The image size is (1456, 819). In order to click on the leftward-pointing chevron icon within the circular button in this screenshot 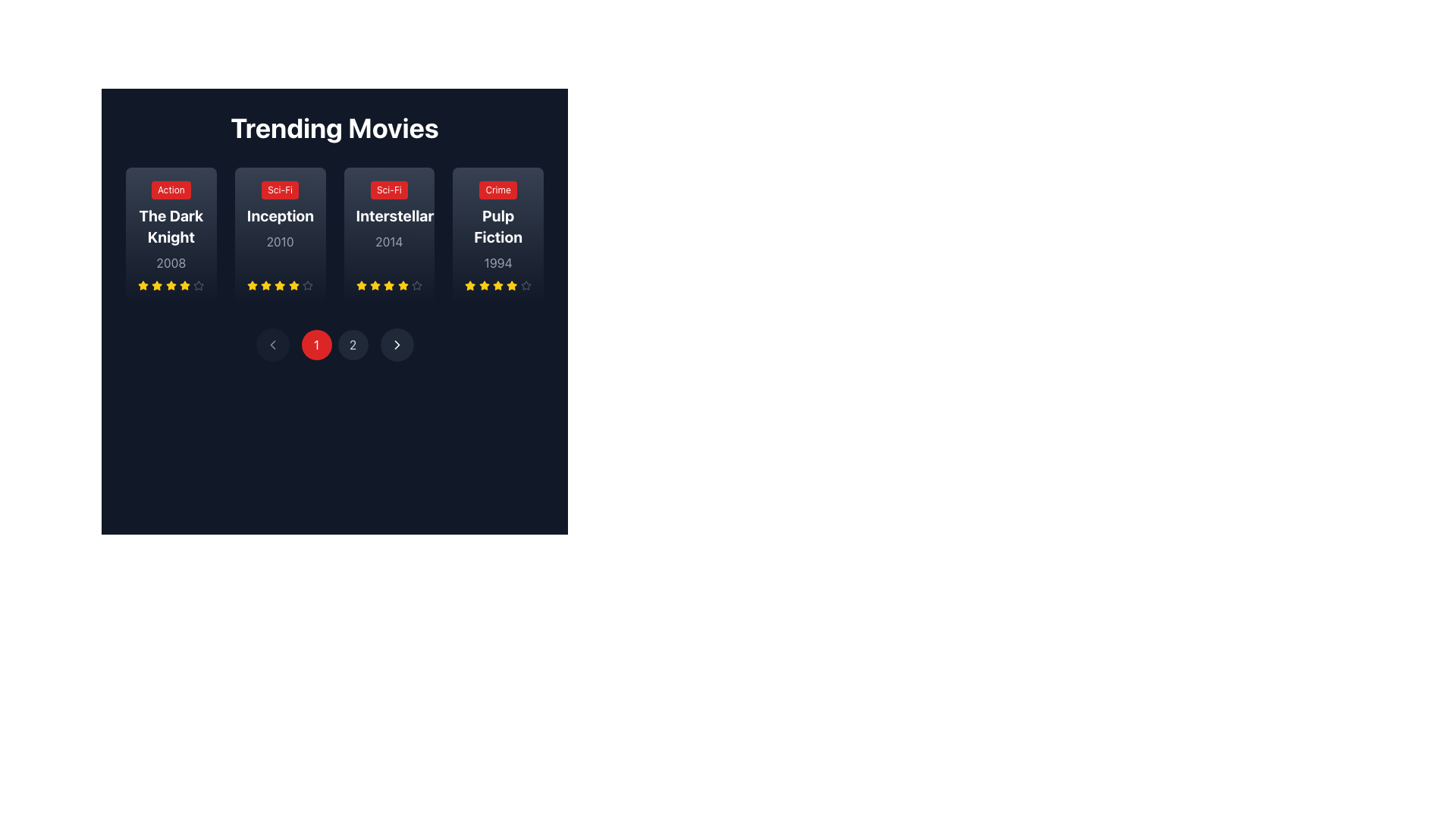, I will do `click(272, 344)`.